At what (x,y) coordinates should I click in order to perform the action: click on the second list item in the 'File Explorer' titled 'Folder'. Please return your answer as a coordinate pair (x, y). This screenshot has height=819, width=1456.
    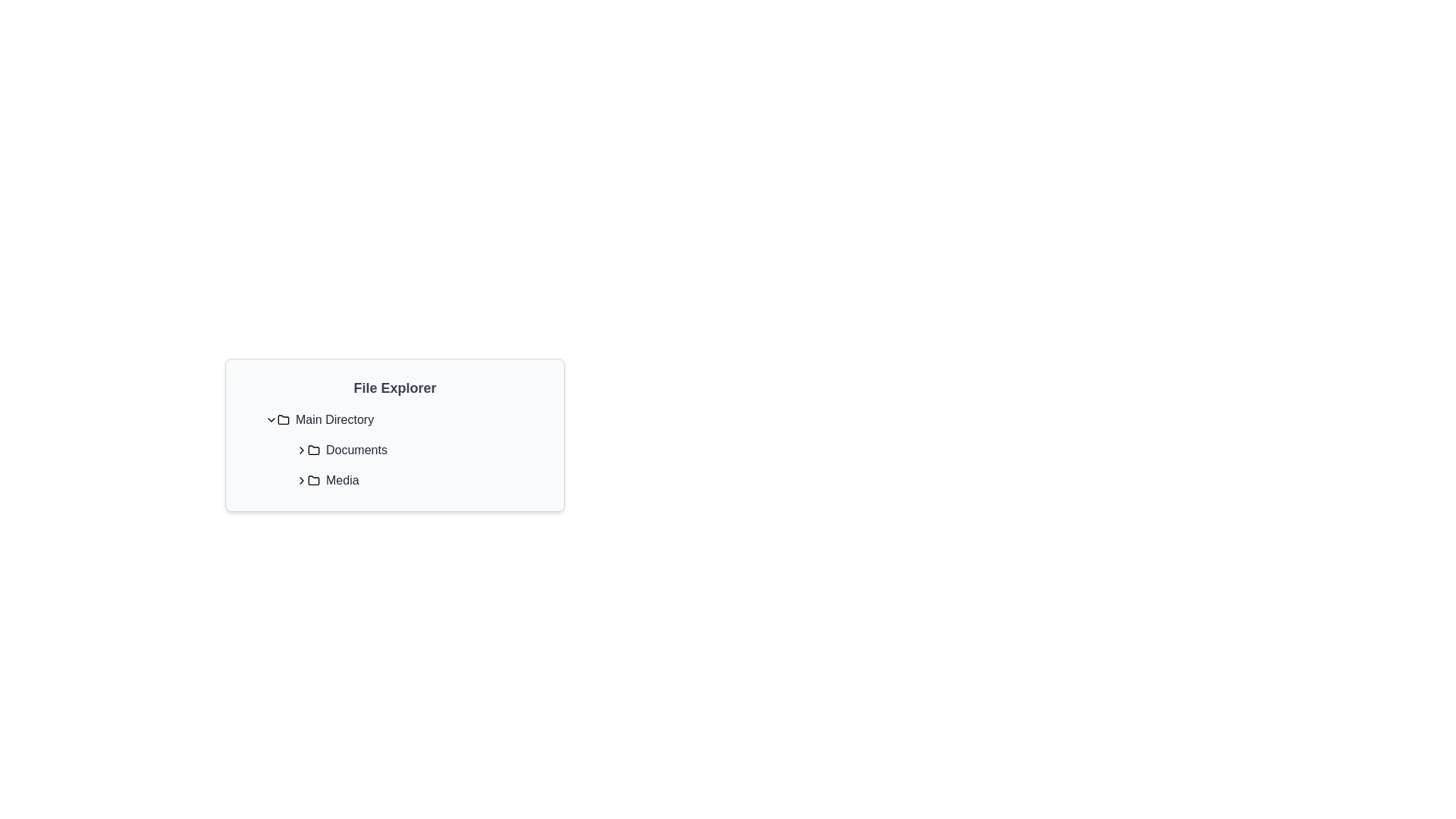
    Looking at the image, I should click on (416, 480).